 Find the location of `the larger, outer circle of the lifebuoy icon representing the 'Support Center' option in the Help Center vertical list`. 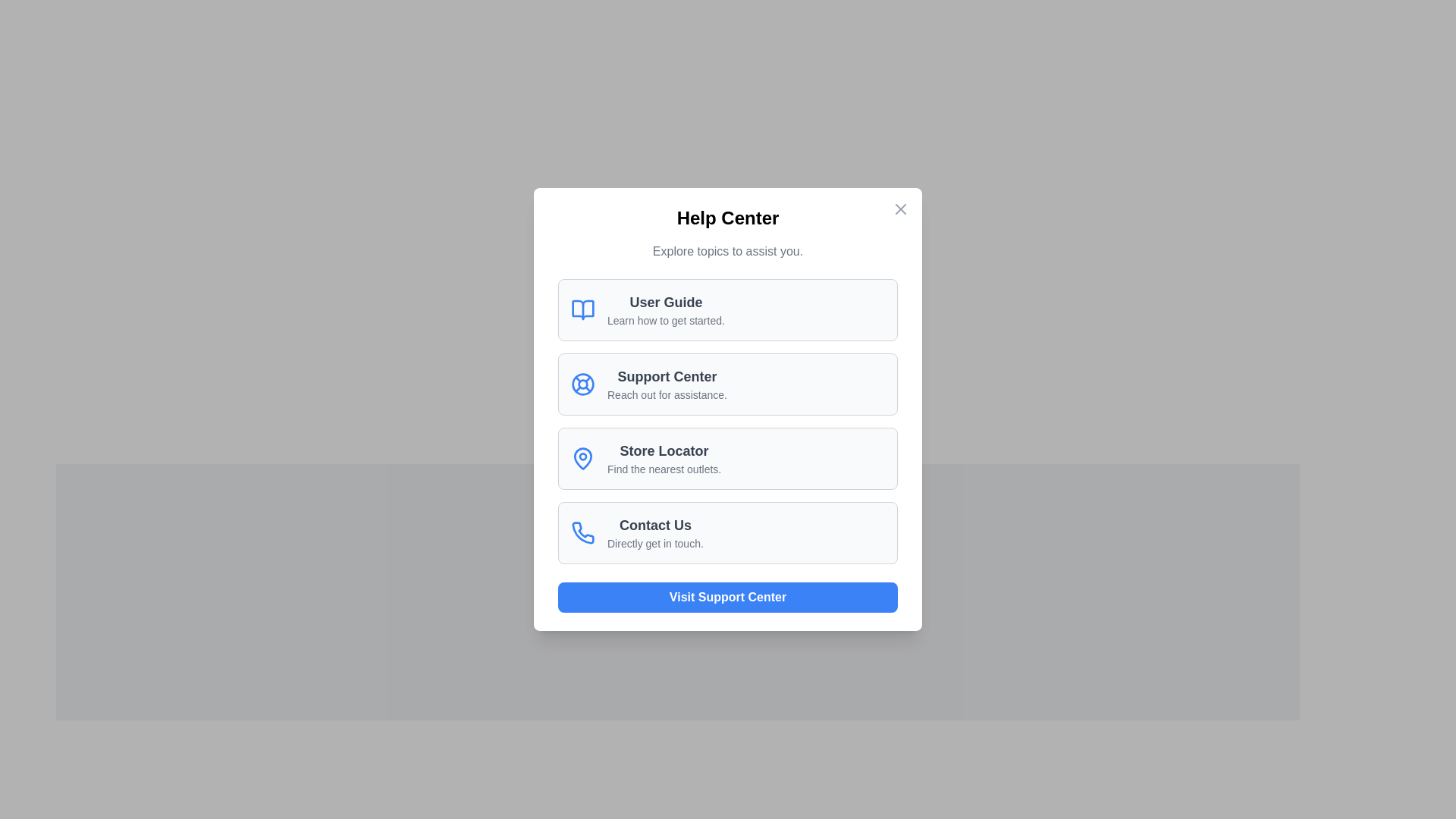

the larger, outer circle of the lifebuoy icon representing the 'Support Center' option in the Help Center vertical list is located at coordinates (582, 382).